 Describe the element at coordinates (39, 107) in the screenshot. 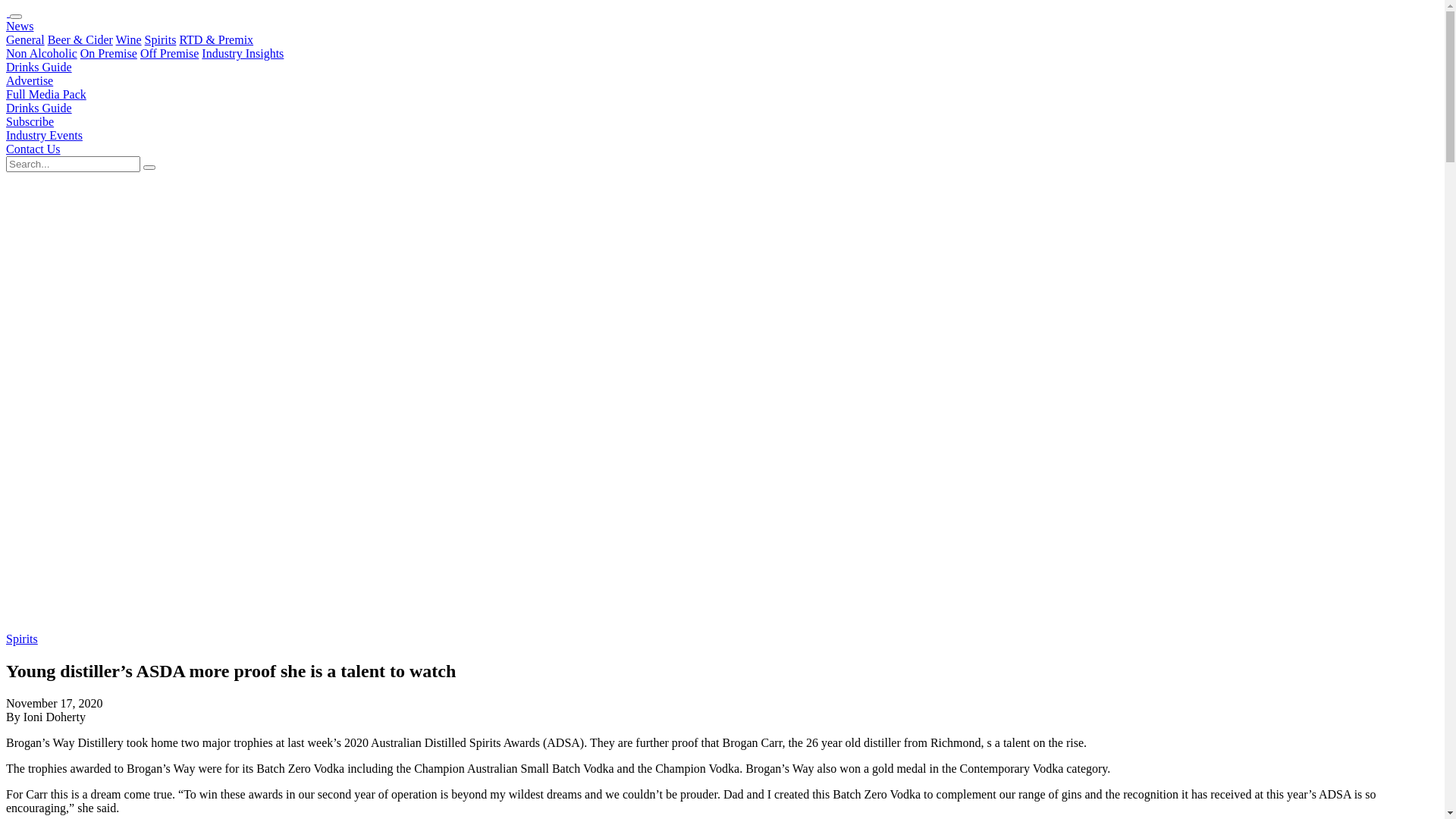

I see `'Drinks Guide'` at that location.